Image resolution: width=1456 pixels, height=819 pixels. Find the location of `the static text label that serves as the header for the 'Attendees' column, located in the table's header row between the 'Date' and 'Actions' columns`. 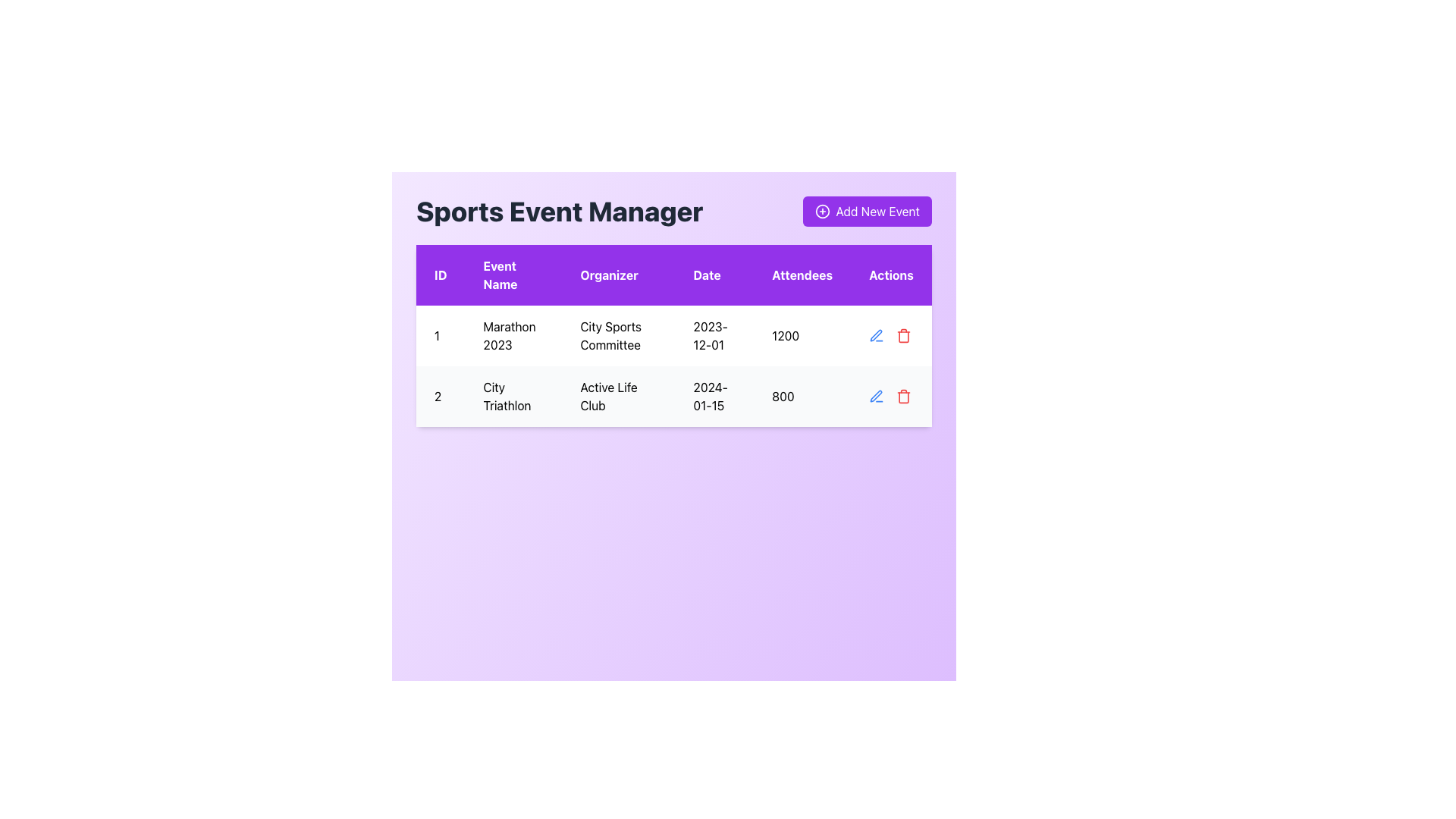

the static text label that serves as the header for the 'Attendees' column, located in the table's header row between the 'Date' and 'Actions' columns is located at coordinates (802, 275).